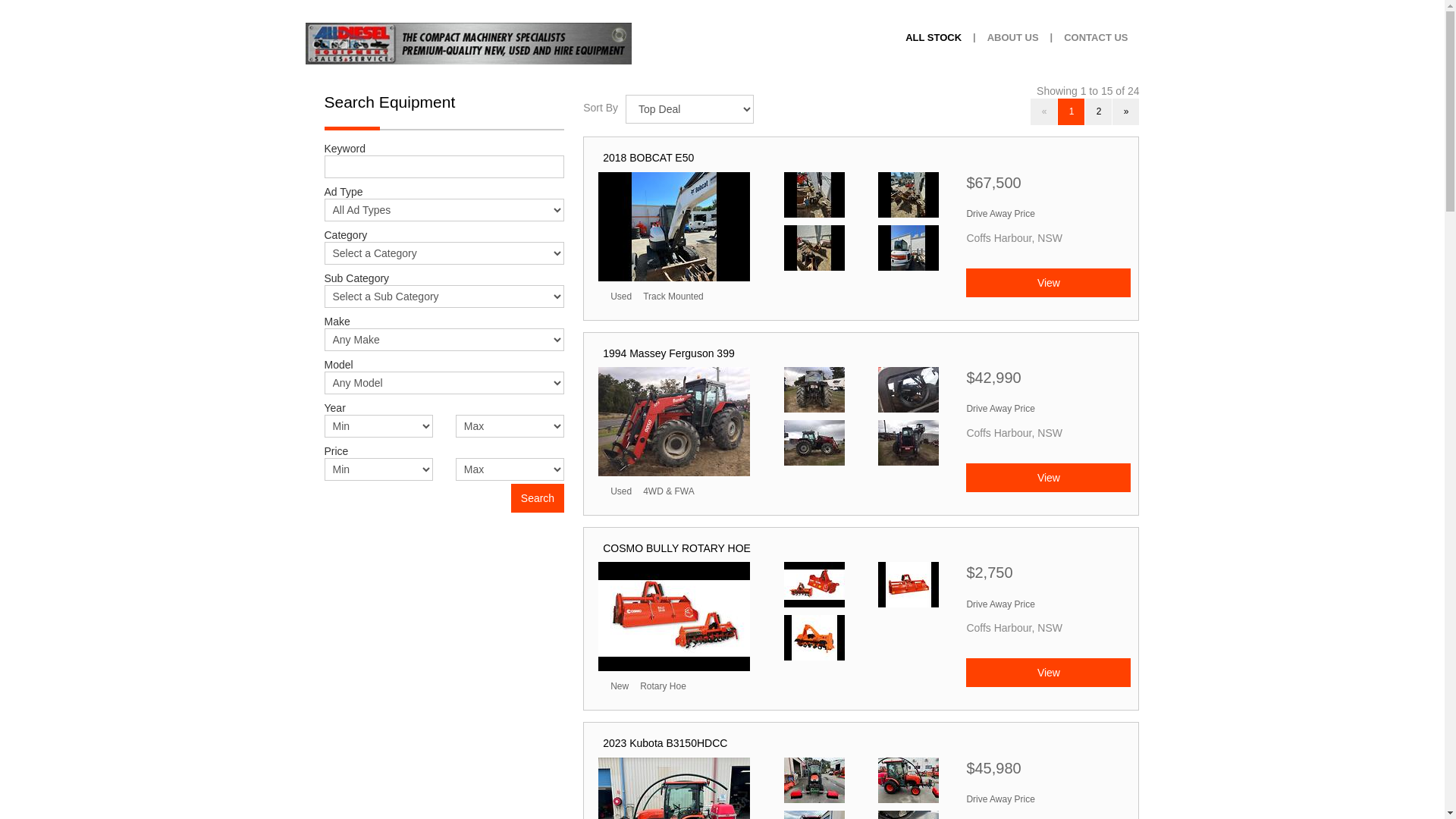 The image size is (1456, 819). What do you see at coordinates (1095, 37) in the screenshot?
I see `'CONTACT US'` at bounding box center [1095, 37].